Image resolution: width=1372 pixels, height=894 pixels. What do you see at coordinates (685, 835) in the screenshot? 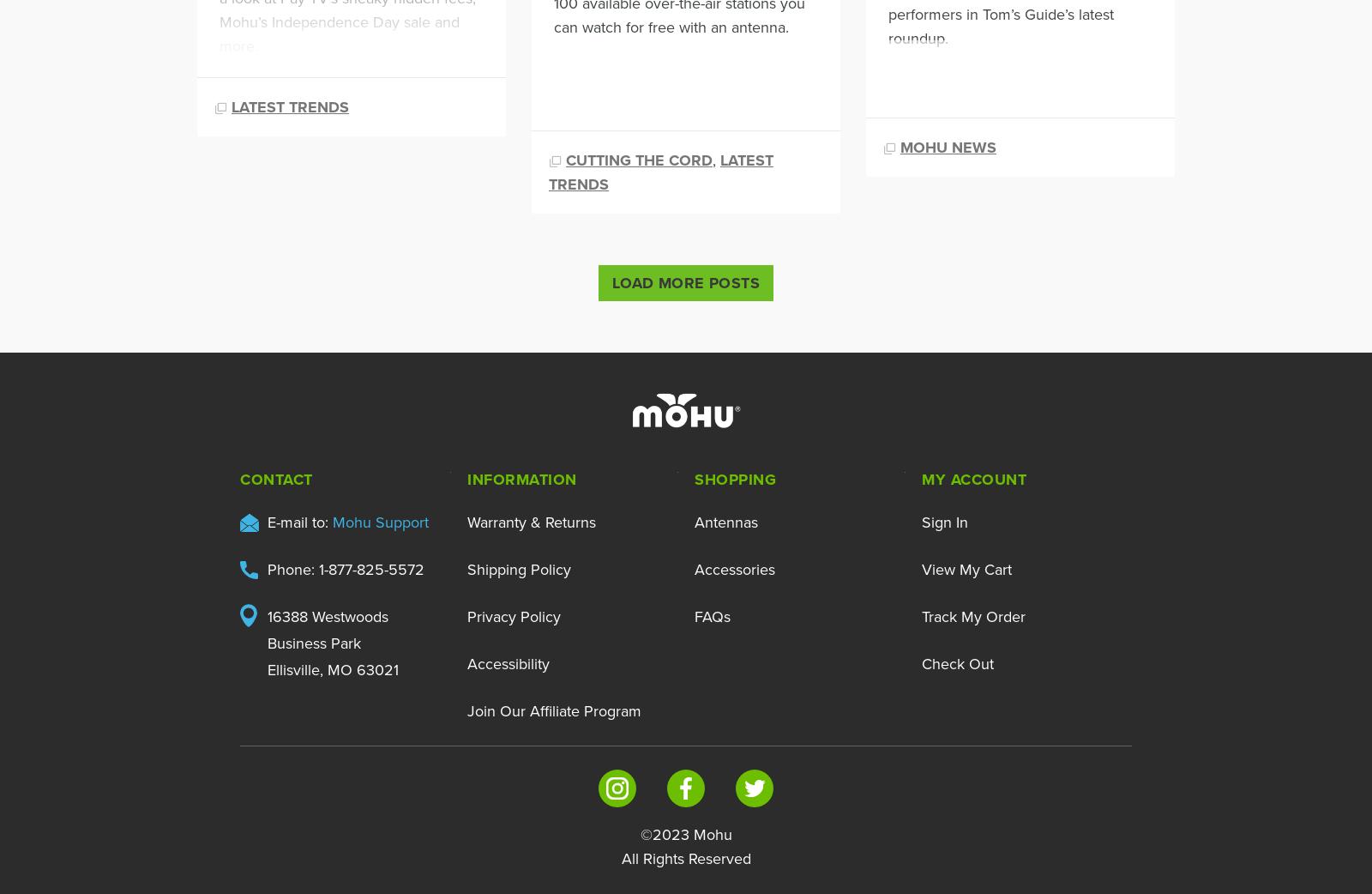
I see `'©2023 Mohu'` at bounding box center [685, 835].